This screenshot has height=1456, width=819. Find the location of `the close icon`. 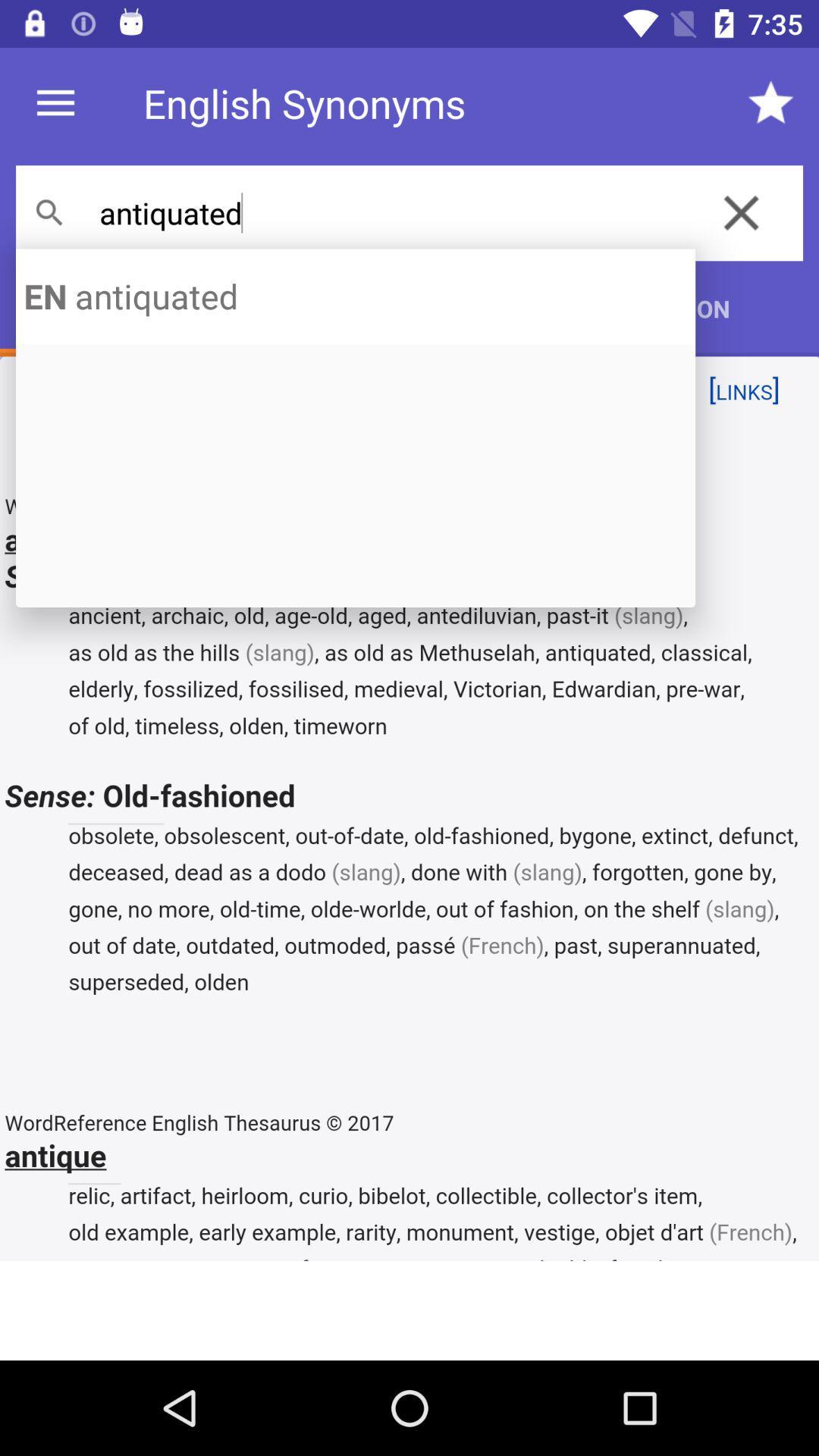

the close icon is located at coordinates (740, 212).